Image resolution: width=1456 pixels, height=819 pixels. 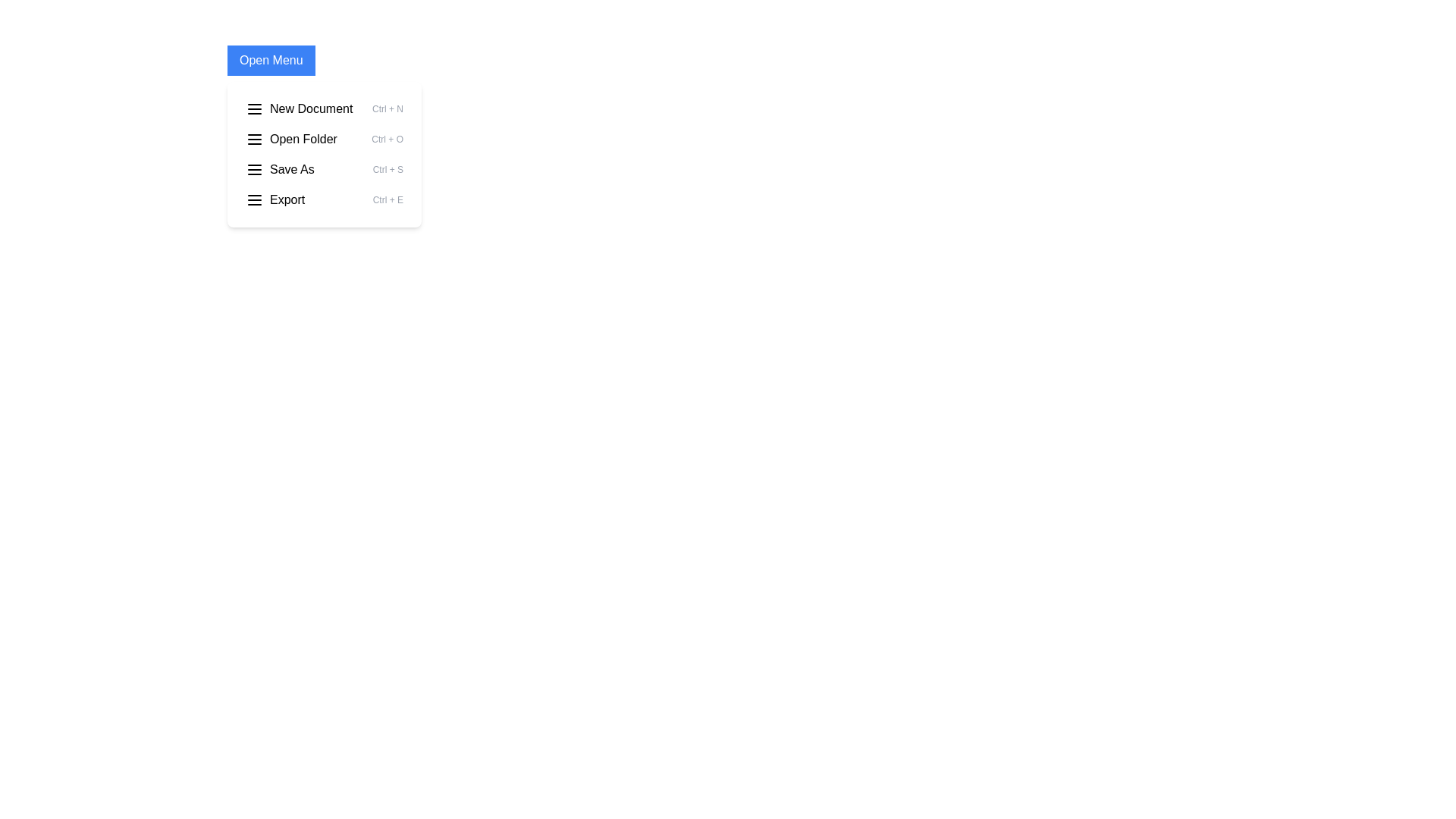 What do you see at coordinates (323, 155) in the screenshot?
I see `to select the second entry in the dropdown menu that allows users` at bounding box center [323, 155].